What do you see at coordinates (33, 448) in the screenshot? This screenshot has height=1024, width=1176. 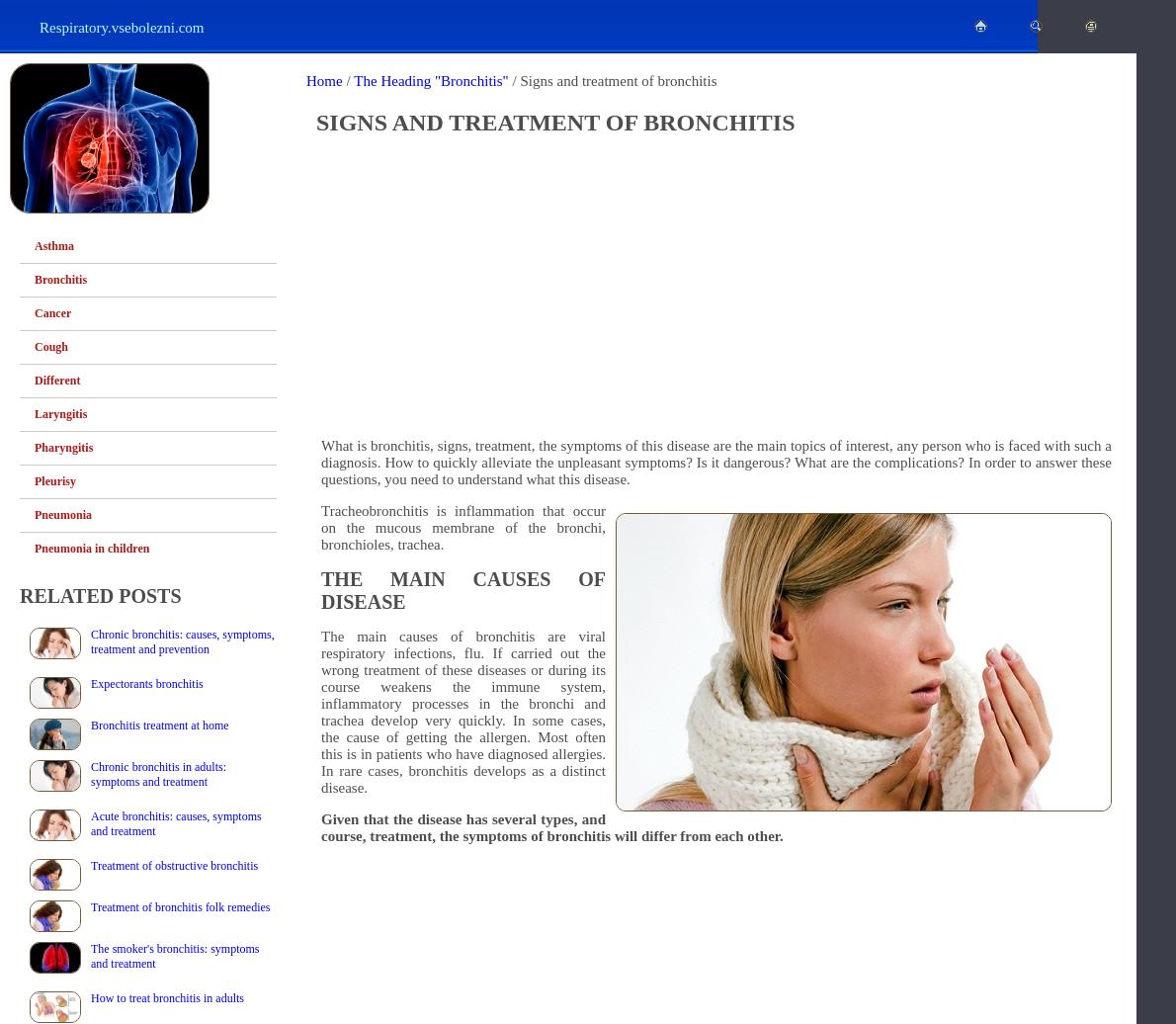 I see `'Pharyngitis'` at bounding box center [33, 448].